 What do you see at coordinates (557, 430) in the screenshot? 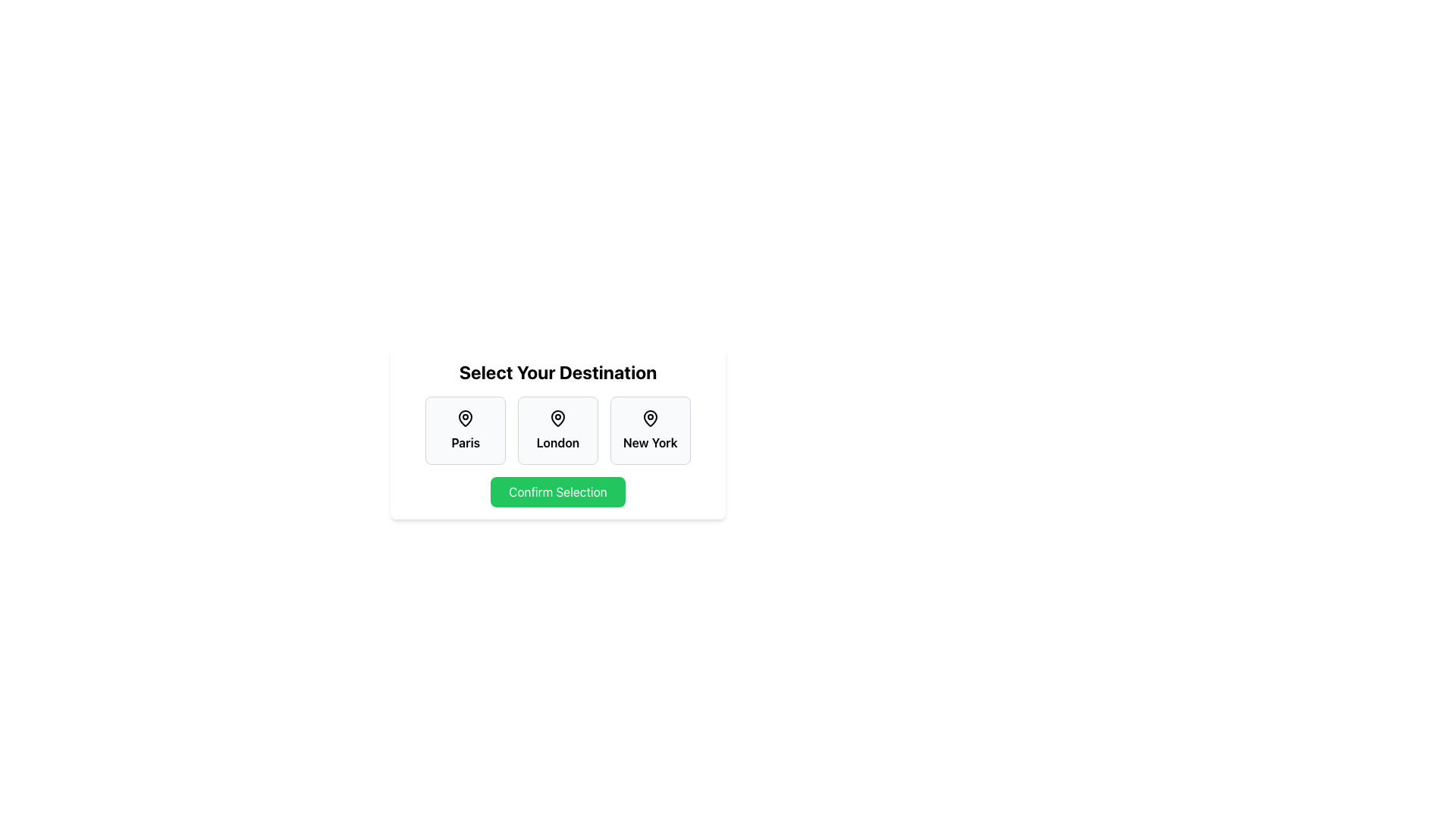
I see `the 'London' button, which is the second card in a grid layout, positioned between 'Paris' and 'New York', to observe potential hover effects` at bounding box center [557, 430].